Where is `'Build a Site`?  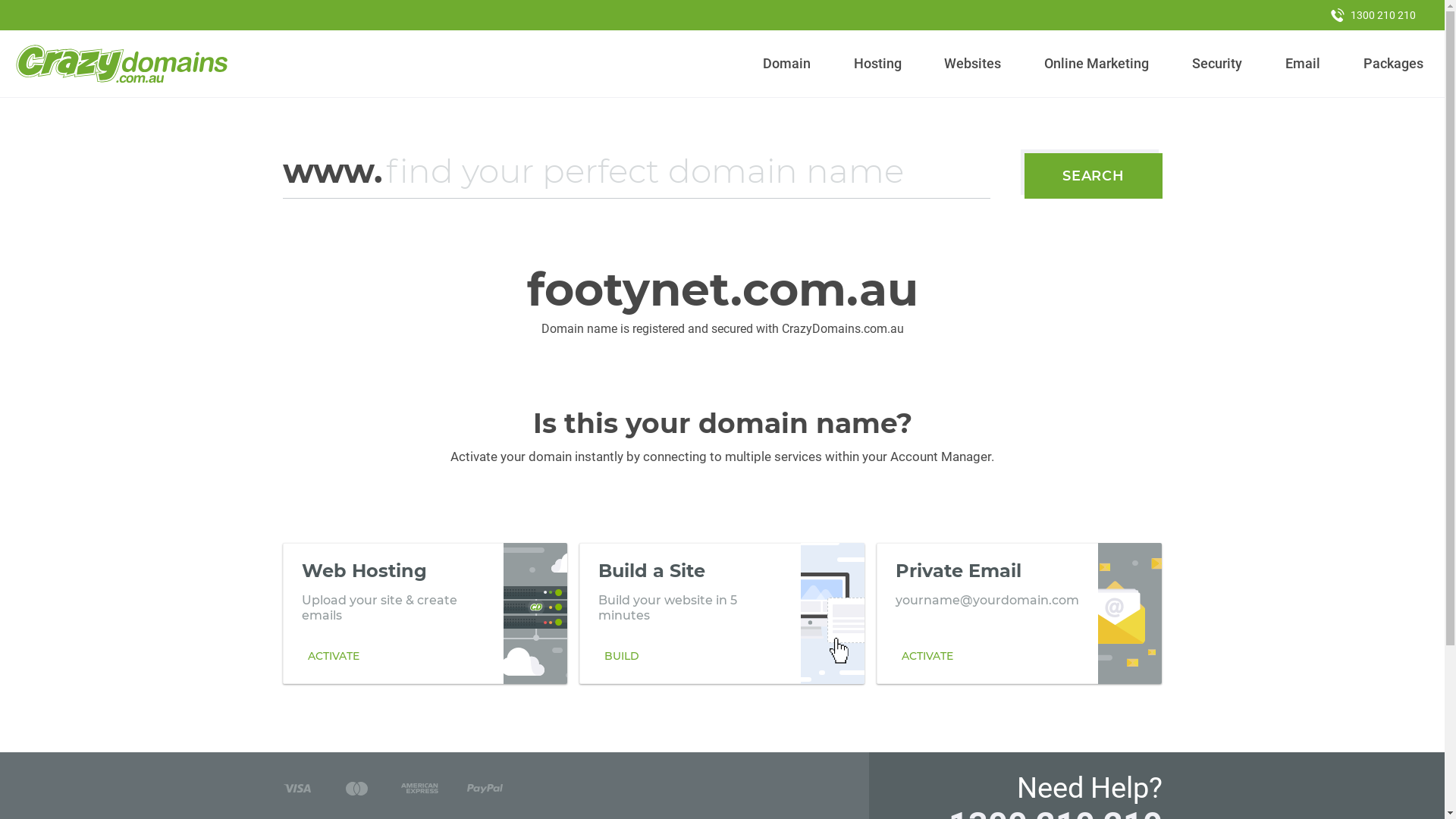
'Build a Site is located at coordinates (720, 613).